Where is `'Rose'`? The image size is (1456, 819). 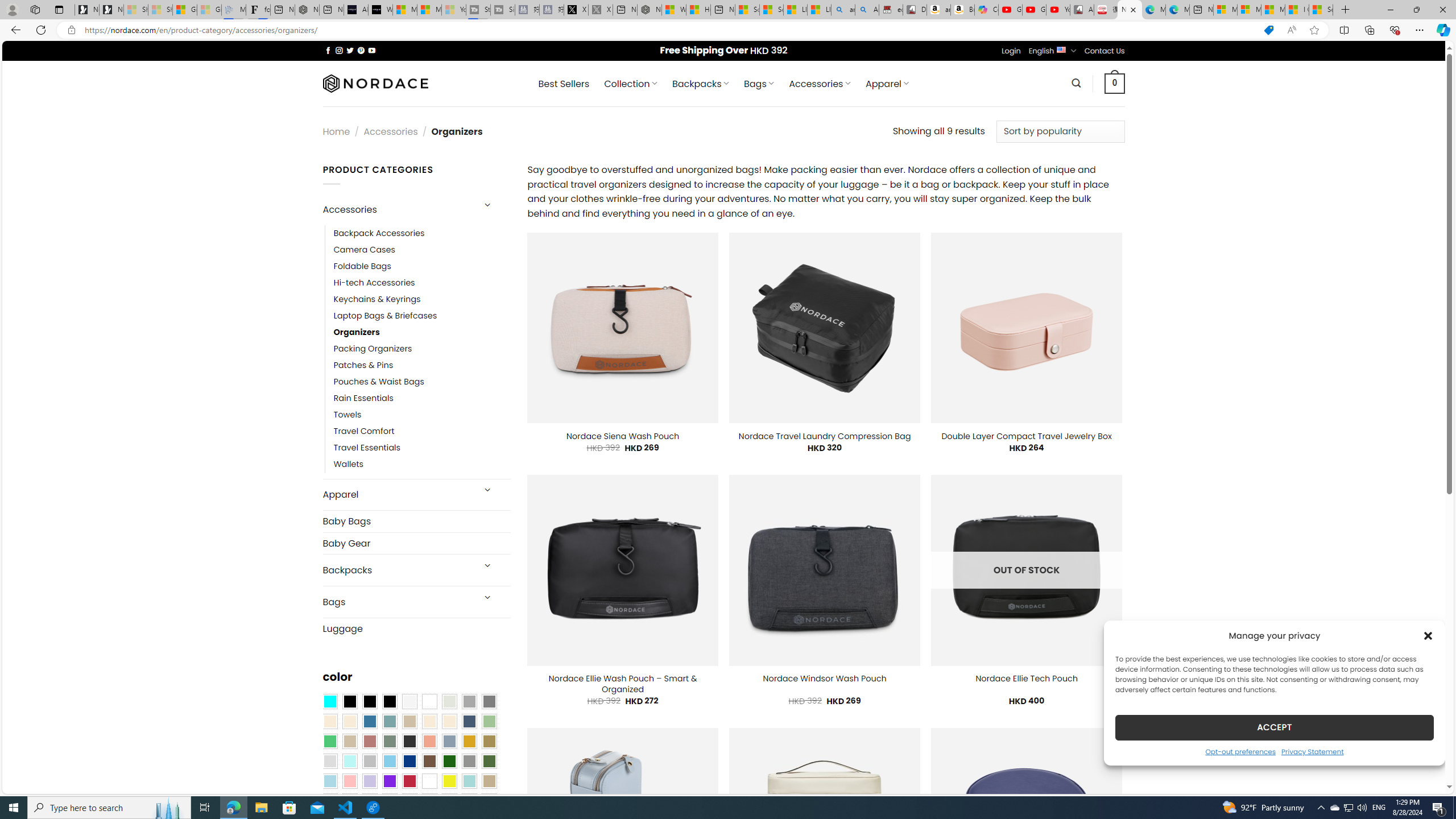 'Rose' is located at coordinates (369, 741).